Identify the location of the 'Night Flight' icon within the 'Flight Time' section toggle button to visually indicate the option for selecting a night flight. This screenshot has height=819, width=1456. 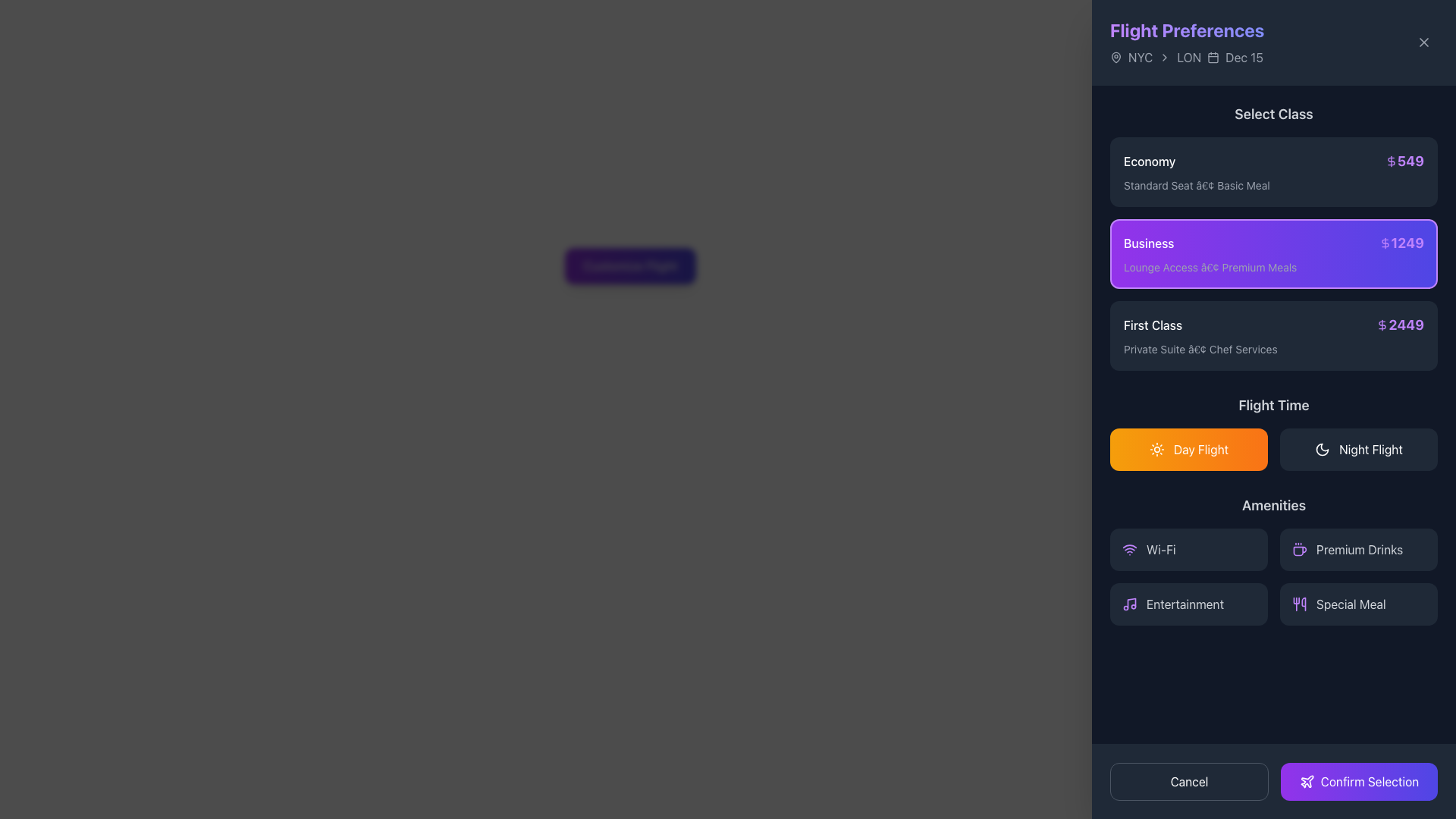
(1322, 449).